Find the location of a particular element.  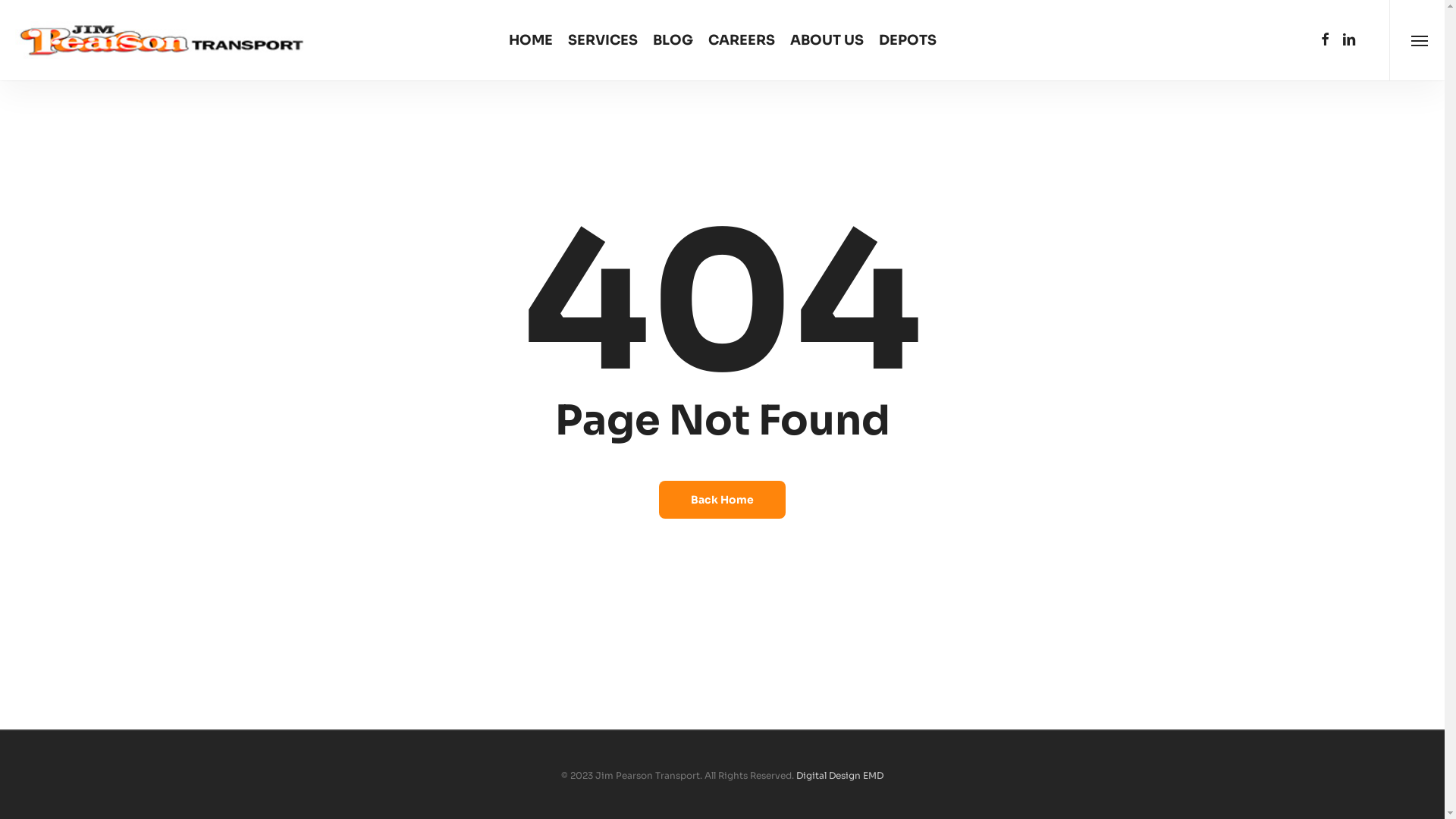

'BLOG' is located at coordinates (644, 39).